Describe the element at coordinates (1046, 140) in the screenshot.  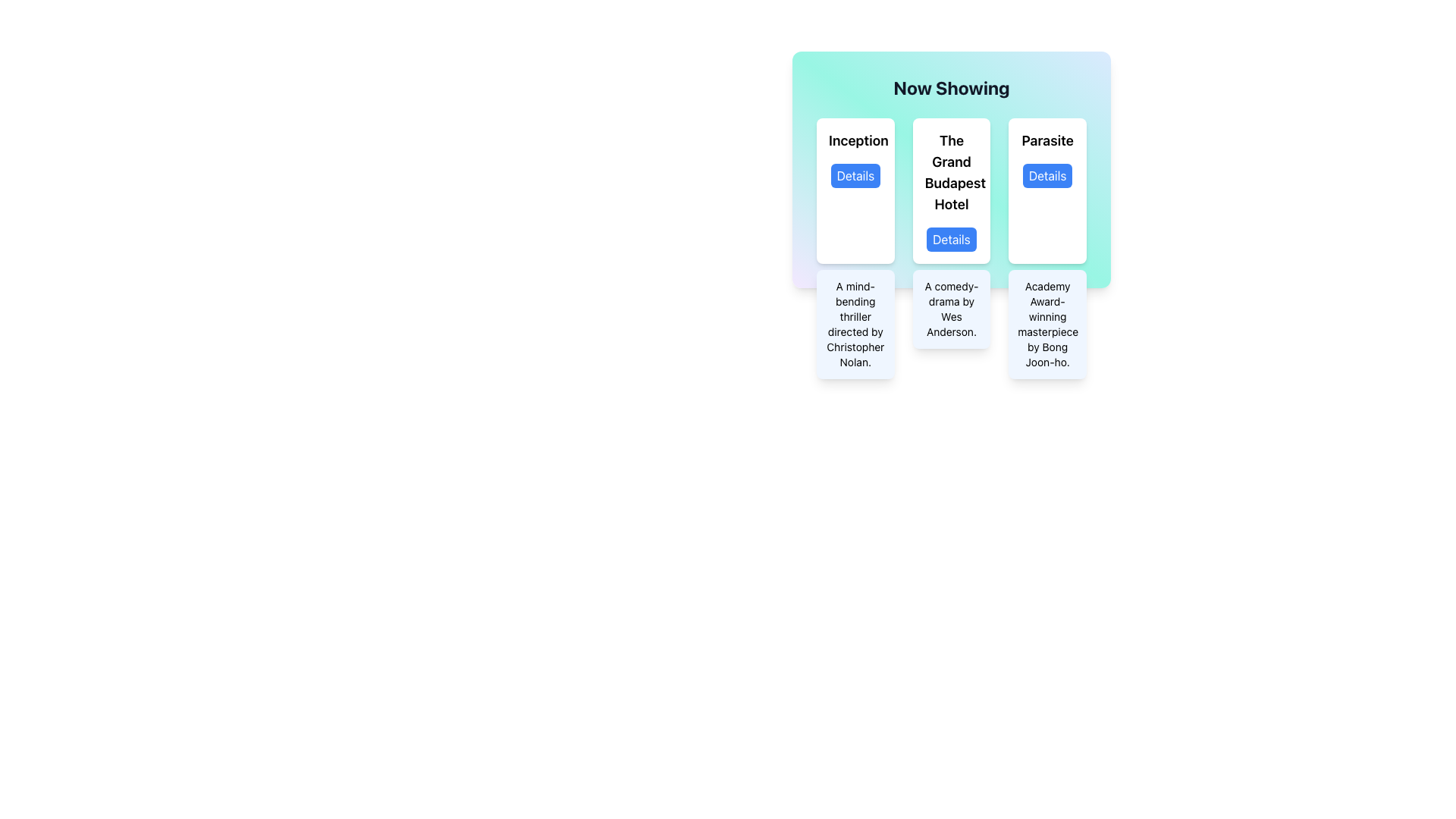
I see `the movie title text element located at the top of the rightmost card in the 'Now Showing' section, above the 'Details' button` at that location.